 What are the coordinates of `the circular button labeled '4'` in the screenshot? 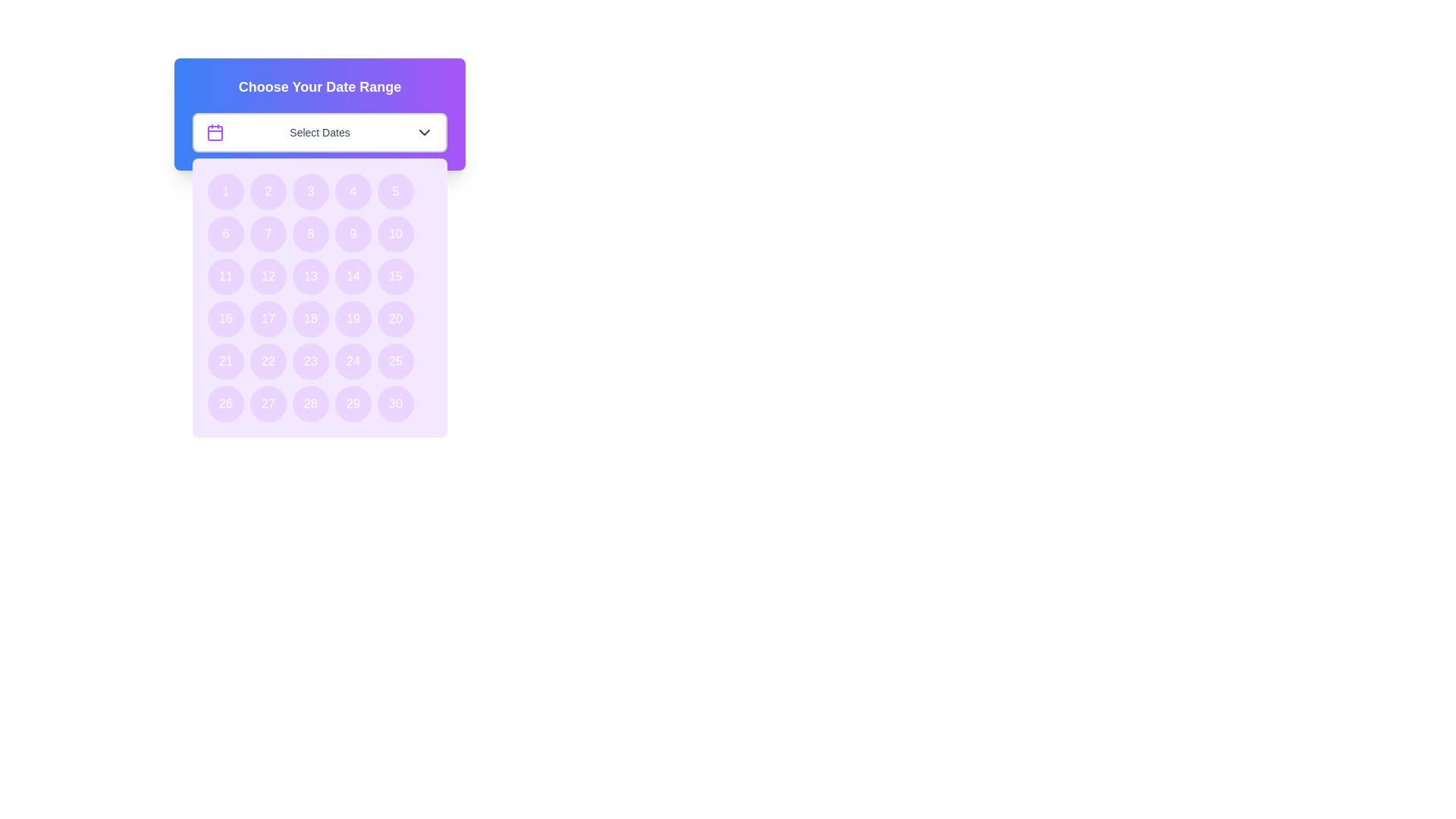 It's located at (352, 191).